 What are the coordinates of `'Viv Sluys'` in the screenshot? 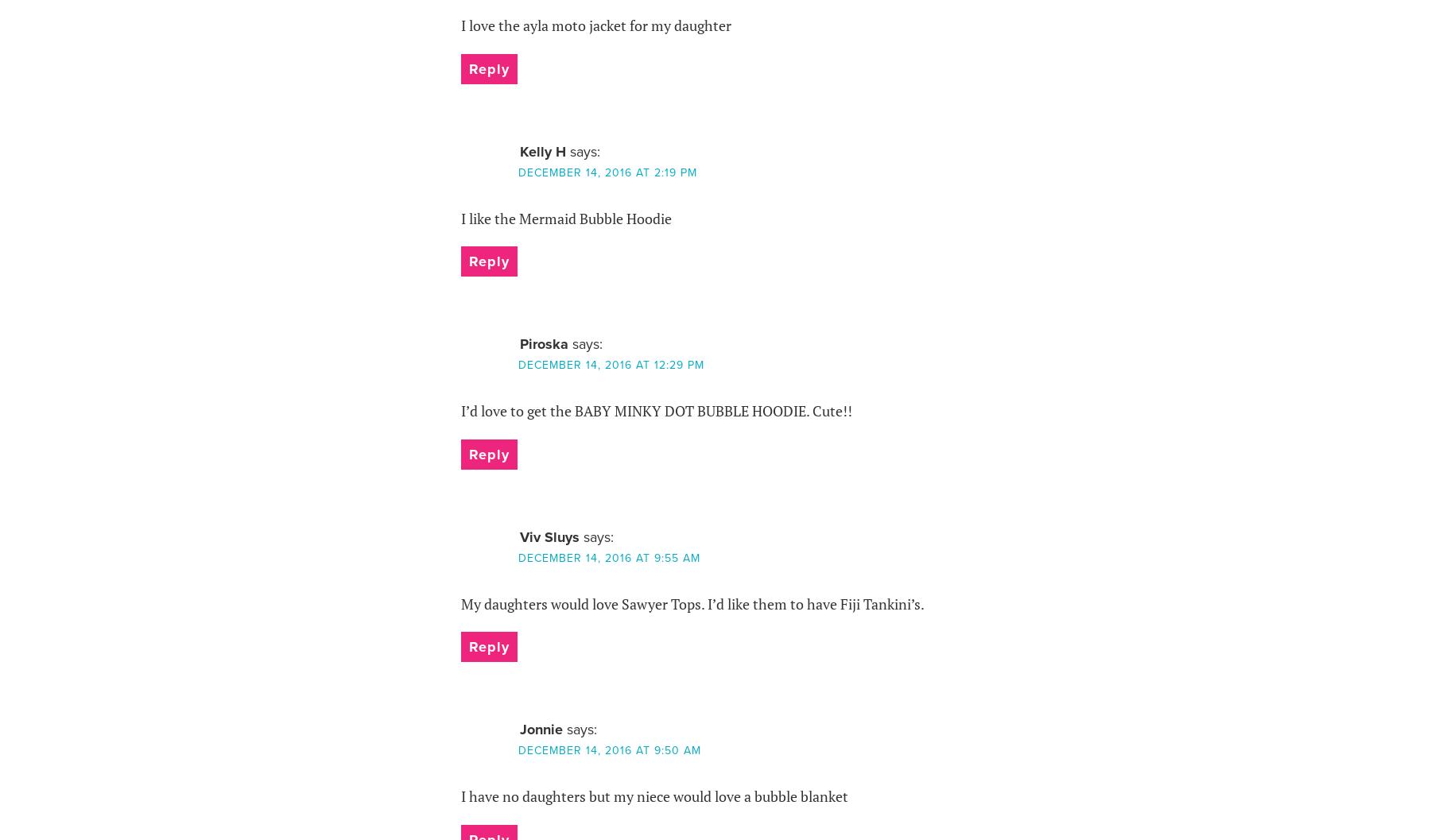 It's located at (548, 536).